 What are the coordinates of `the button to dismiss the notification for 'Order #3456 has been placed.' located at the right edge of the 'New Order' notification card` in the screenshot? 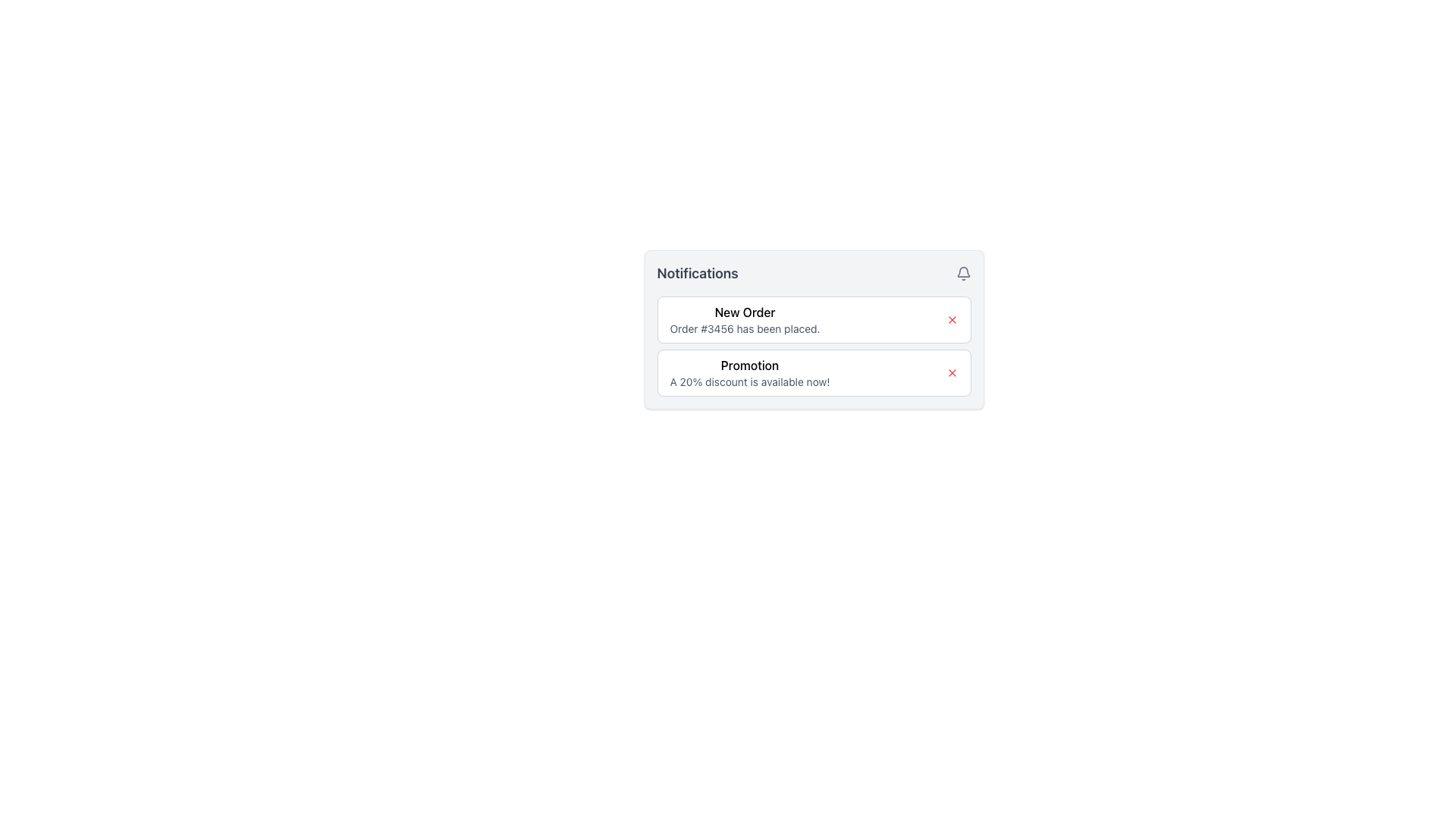 It's located at (951, 318).